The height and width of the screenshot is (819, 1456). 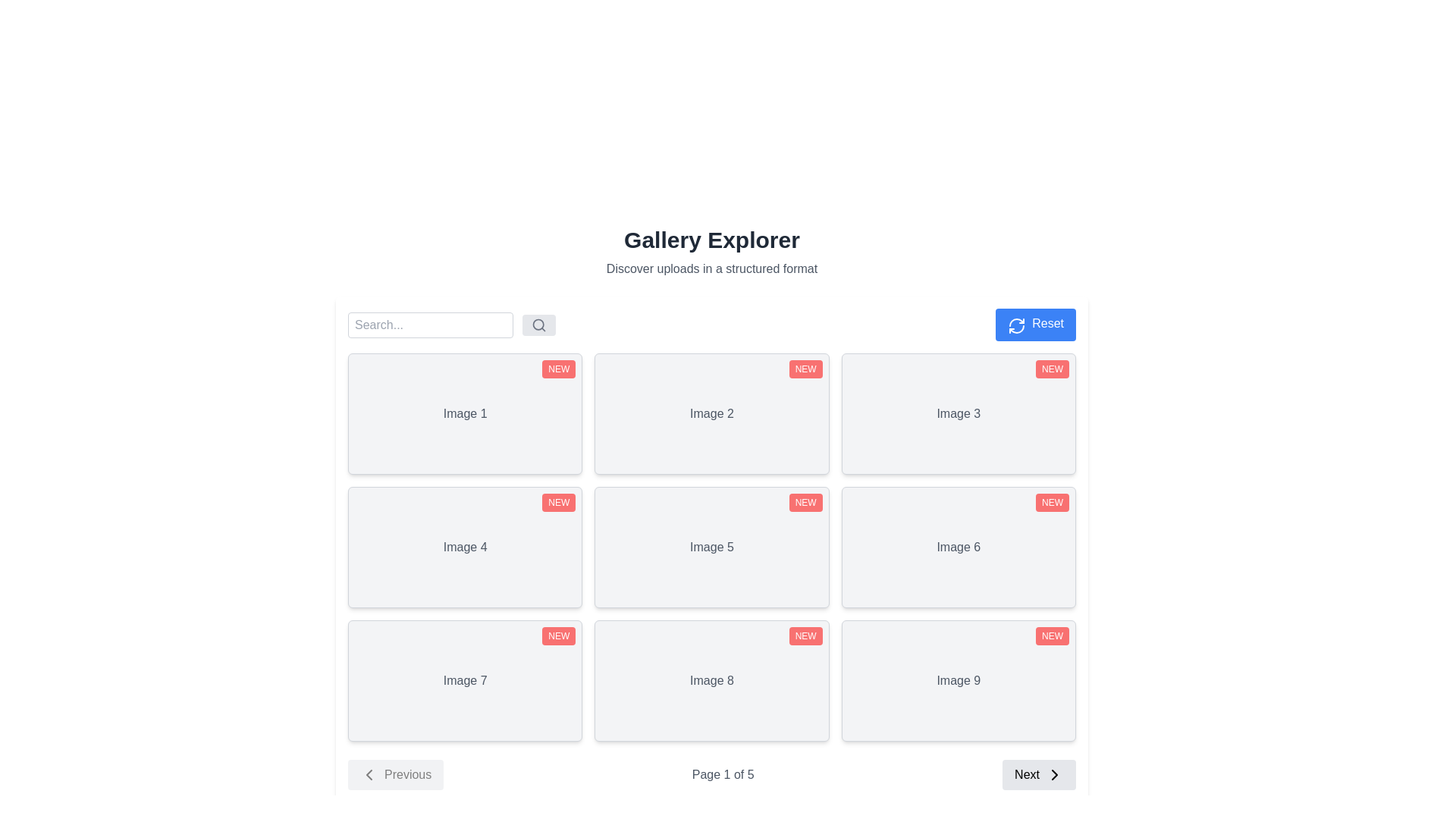 I want to click on the Tile component labeled 'Image 4' with a light gray background and a 'NEW' badge in the top-right corner, so click(x=464, y=547).